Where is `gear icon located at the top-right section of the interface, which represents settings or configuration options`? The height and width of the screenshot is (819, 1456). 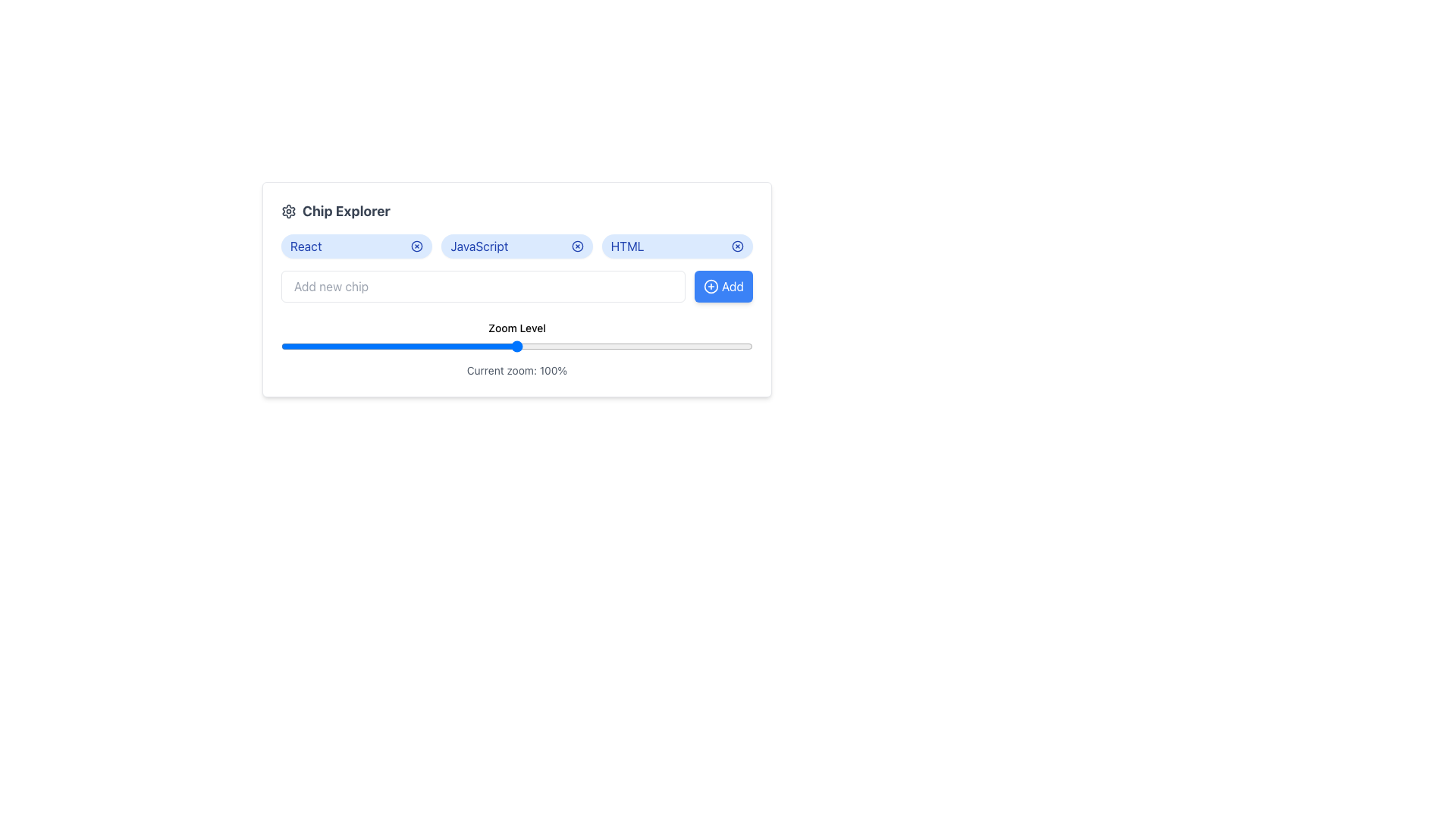
gear icon located at the top-right section of the interface, which represents settings or configuration options is located at coordinates (288, 211).